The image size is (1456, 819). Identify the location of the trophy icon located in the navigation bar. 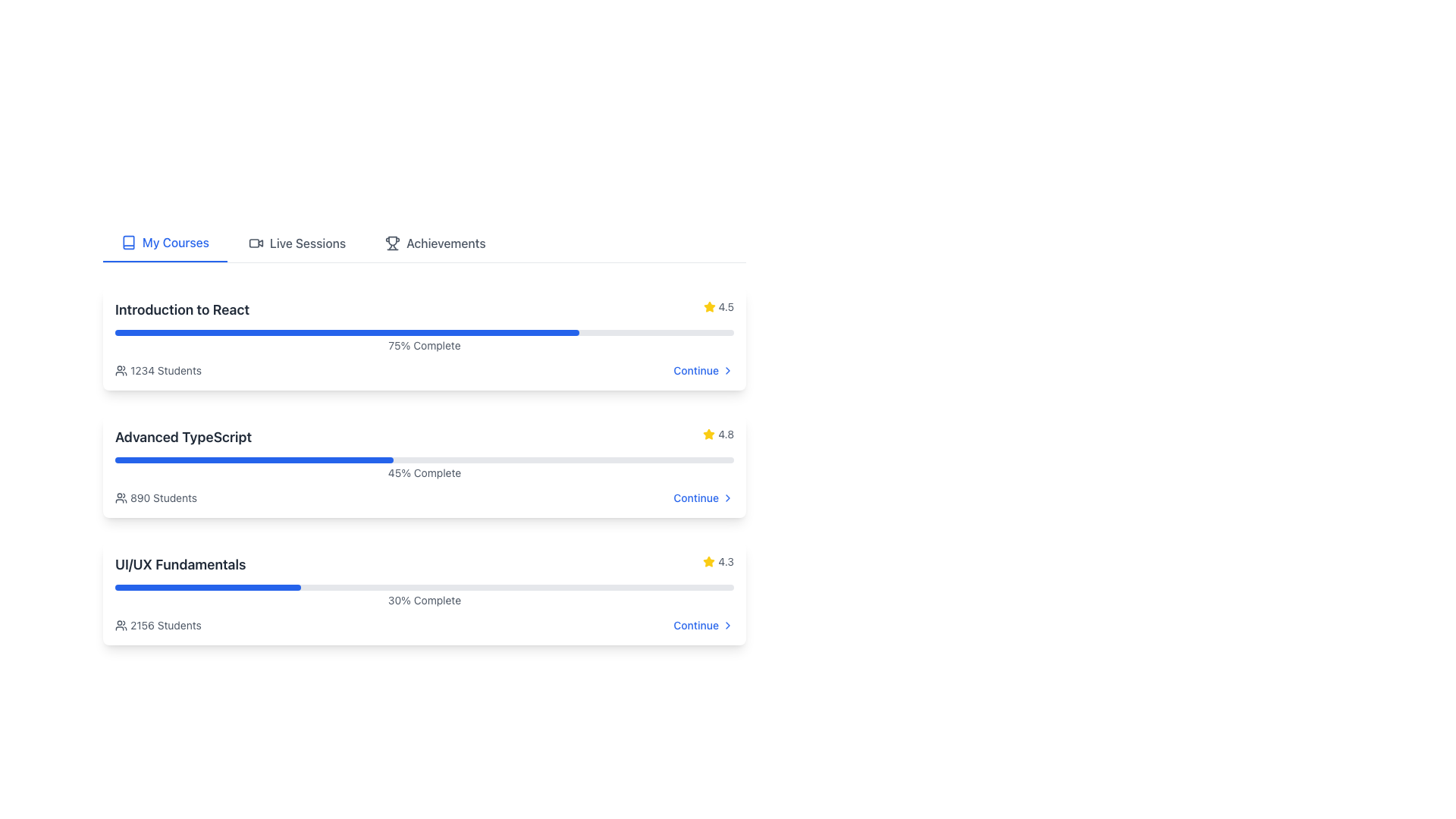
(393, 242).